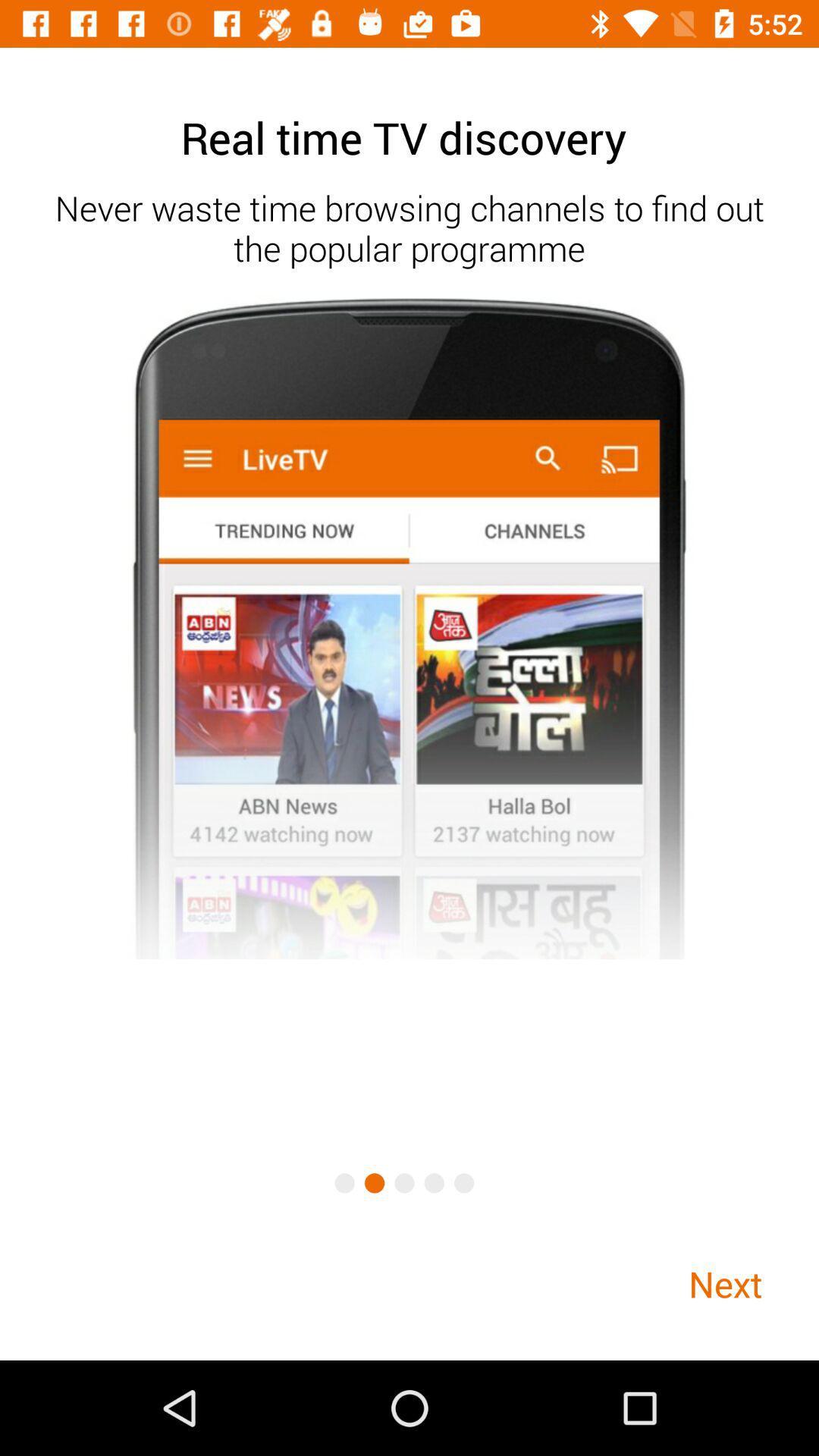 The height and width of the screenshot is (1456, 819). I want to click on the next at the bottom right corner, so click(724, 1283).